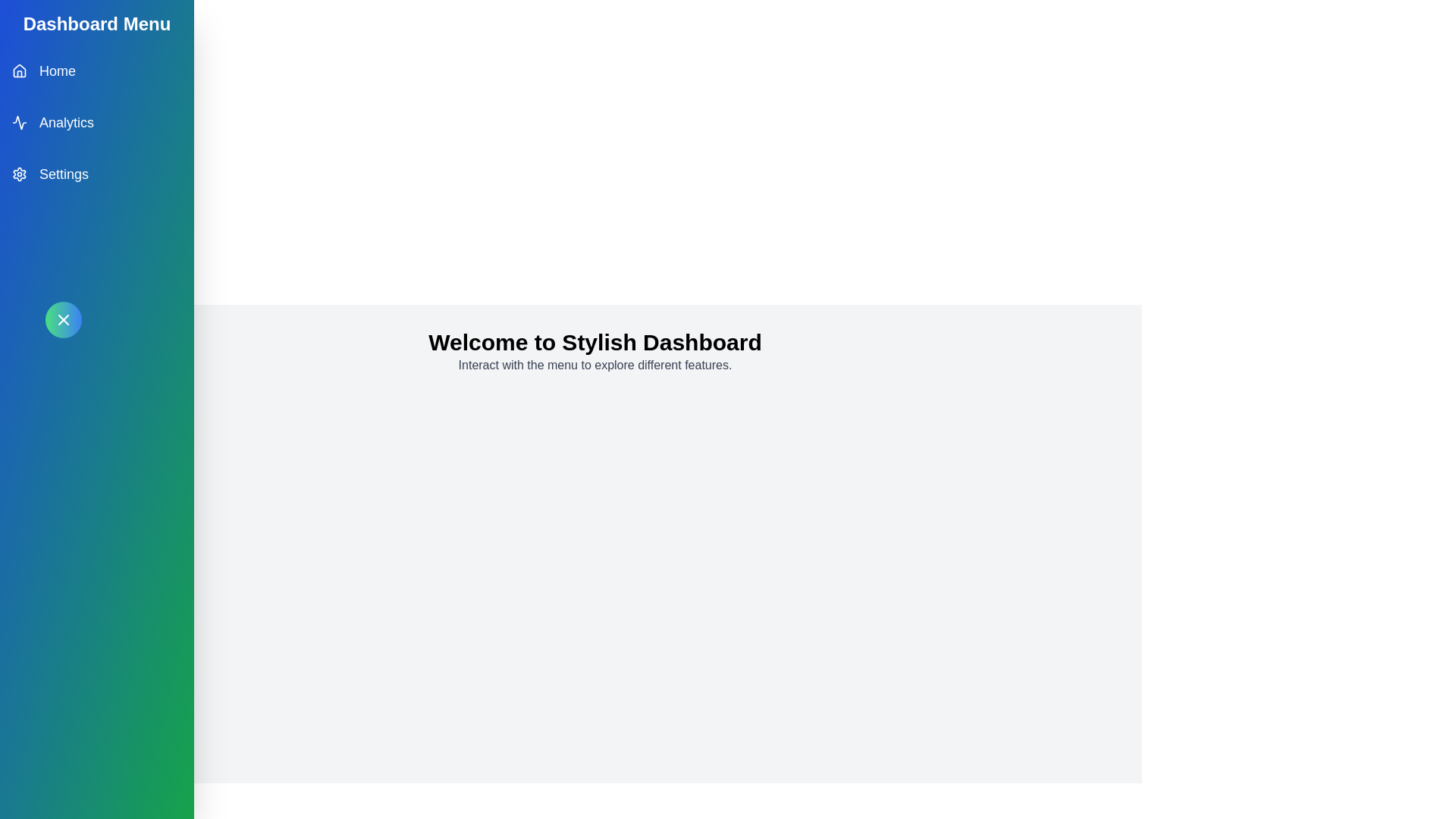  I want to click on the button in the top-left corner to toggle the menu visibility, so click(62, 318).